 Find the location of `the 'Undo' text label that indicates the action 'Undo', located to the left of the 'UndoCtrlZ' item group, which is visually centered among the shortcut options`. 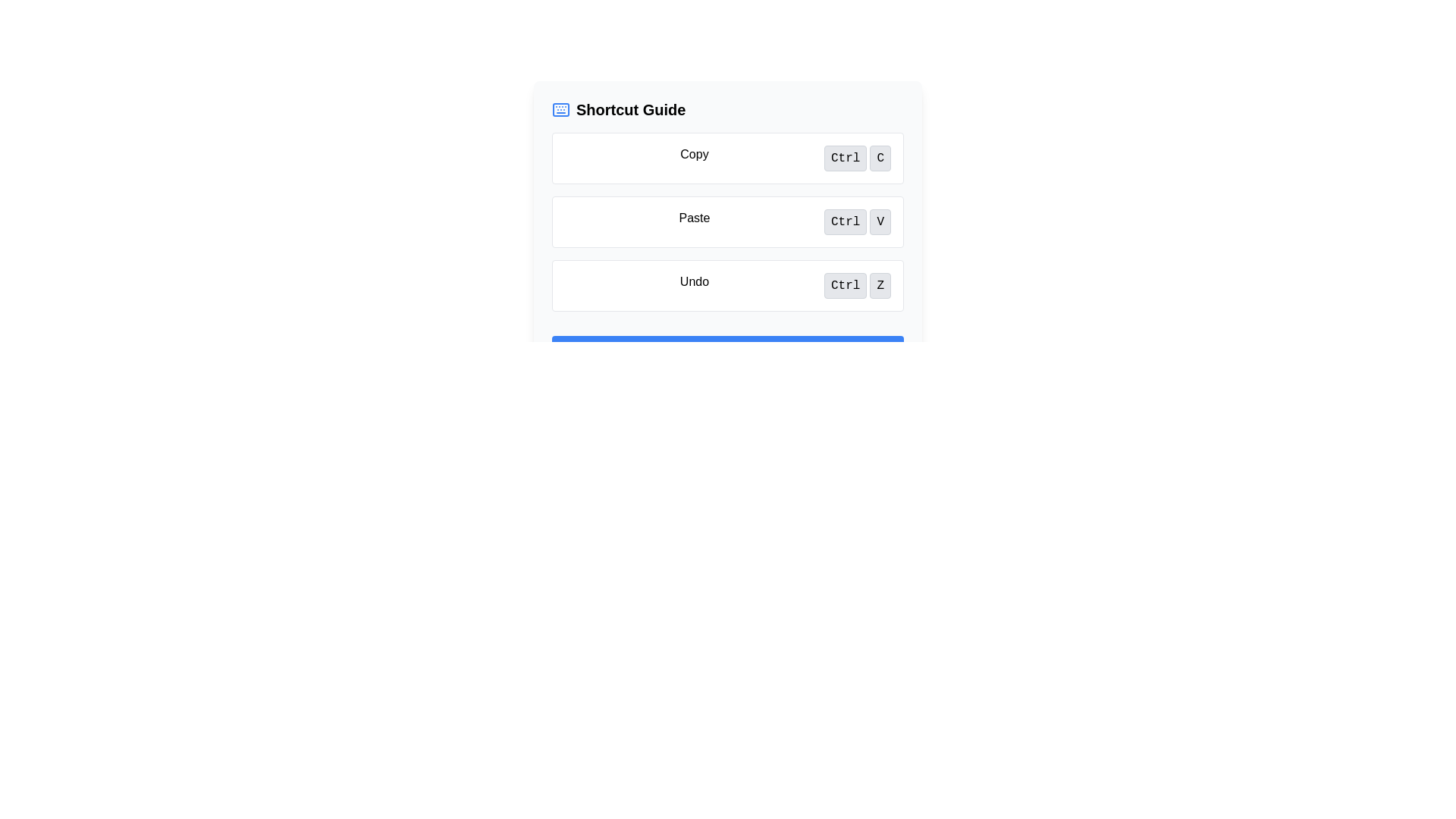

the 'Undo' text label that indicates the action 'Undo', located to the left of the 'UndoCtrlZ' item group, which is visually centered among the shortcut options is located at coordinates (694, 281).